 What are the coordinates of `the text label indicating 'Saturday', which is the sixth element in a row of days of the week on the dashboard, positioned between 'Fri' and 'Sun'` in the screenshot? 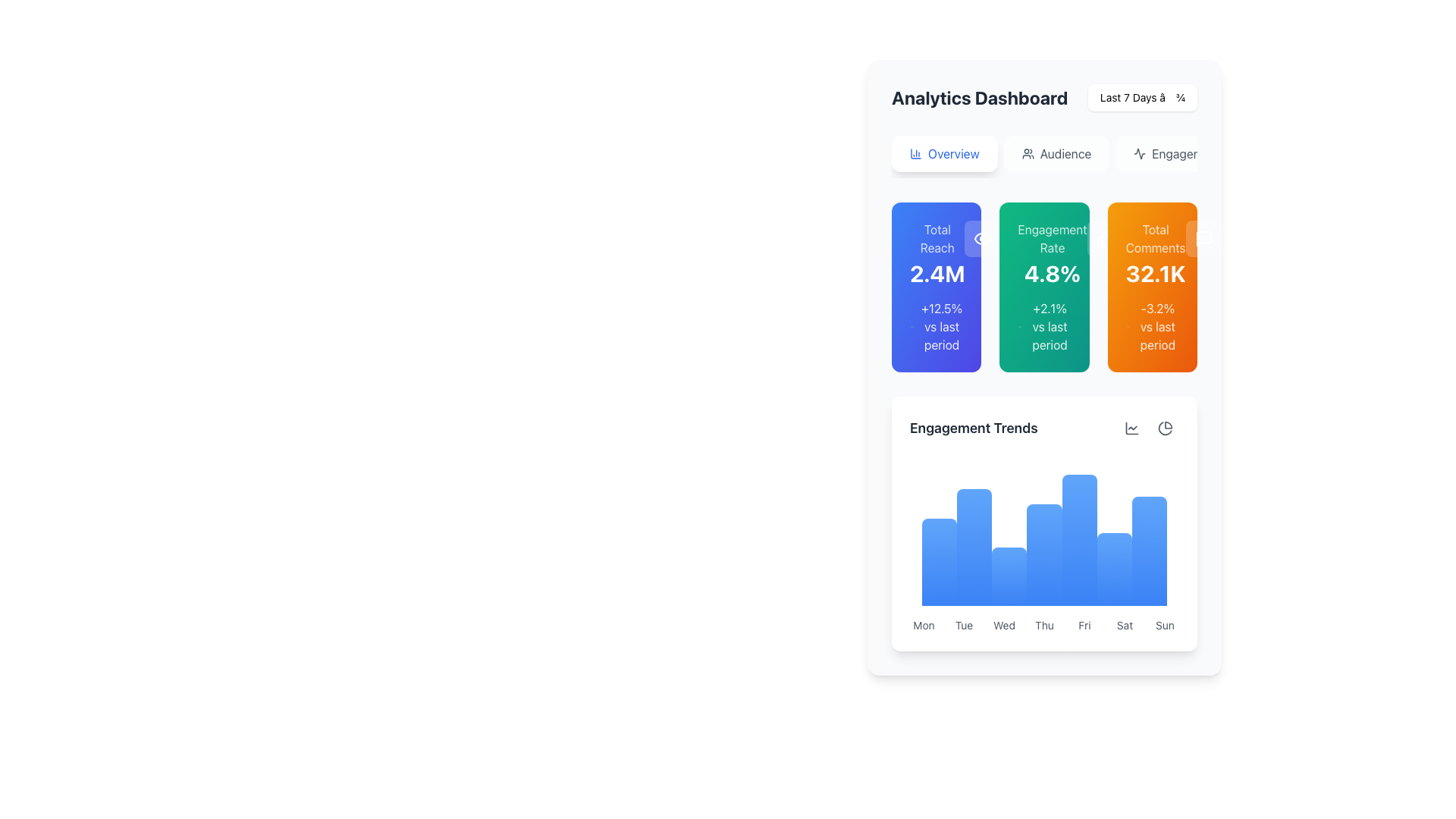 It's located at (1125, 626).